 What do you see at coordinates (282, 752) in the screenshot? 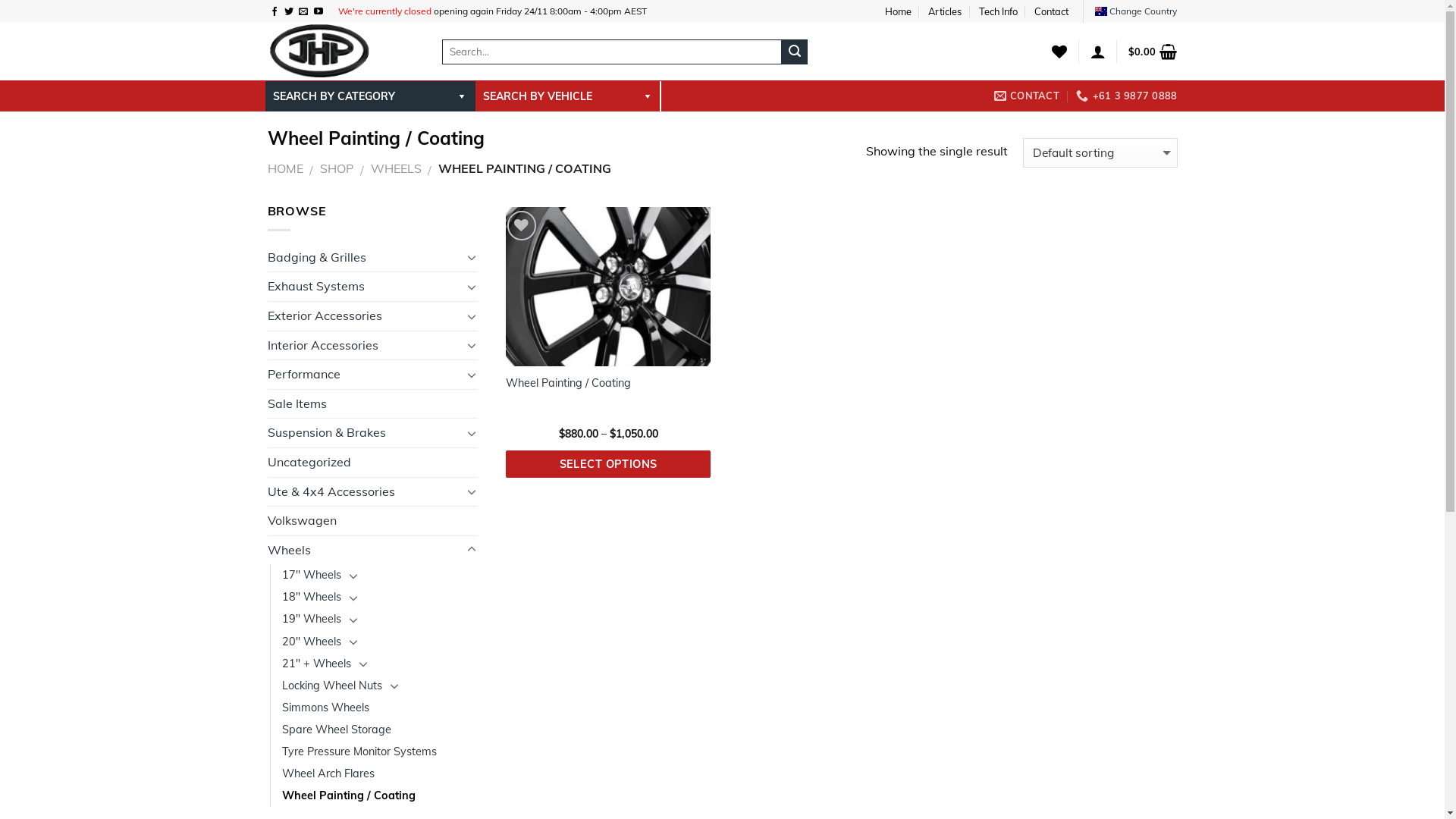
I see `'Tyre Pressure Monitor Systems'` at bounding box center [282, 752].